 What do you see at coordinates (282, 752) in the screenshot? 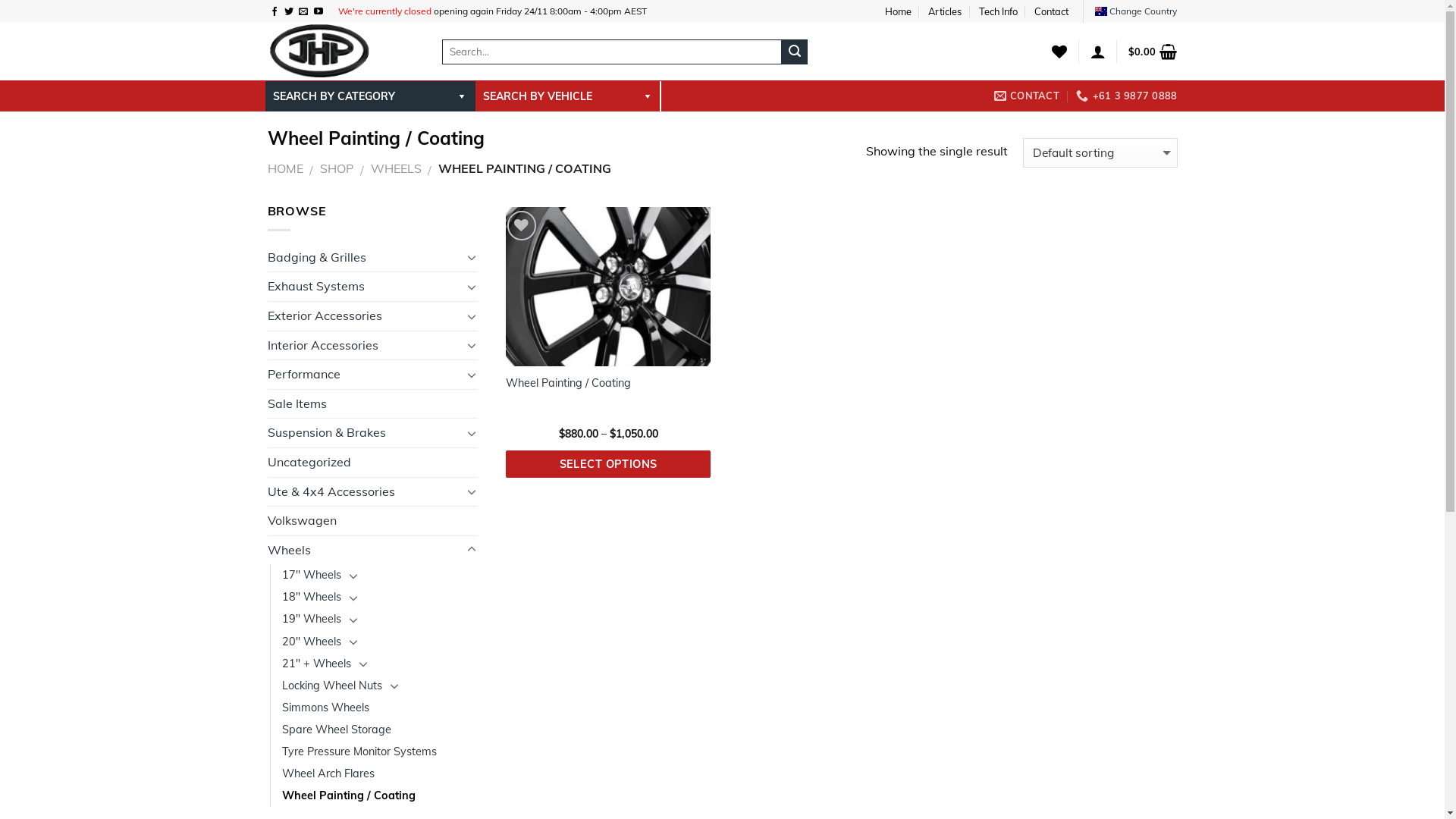
I see `'Tyre Pressure Monitor Systems'` at bounding box center [282, 752].